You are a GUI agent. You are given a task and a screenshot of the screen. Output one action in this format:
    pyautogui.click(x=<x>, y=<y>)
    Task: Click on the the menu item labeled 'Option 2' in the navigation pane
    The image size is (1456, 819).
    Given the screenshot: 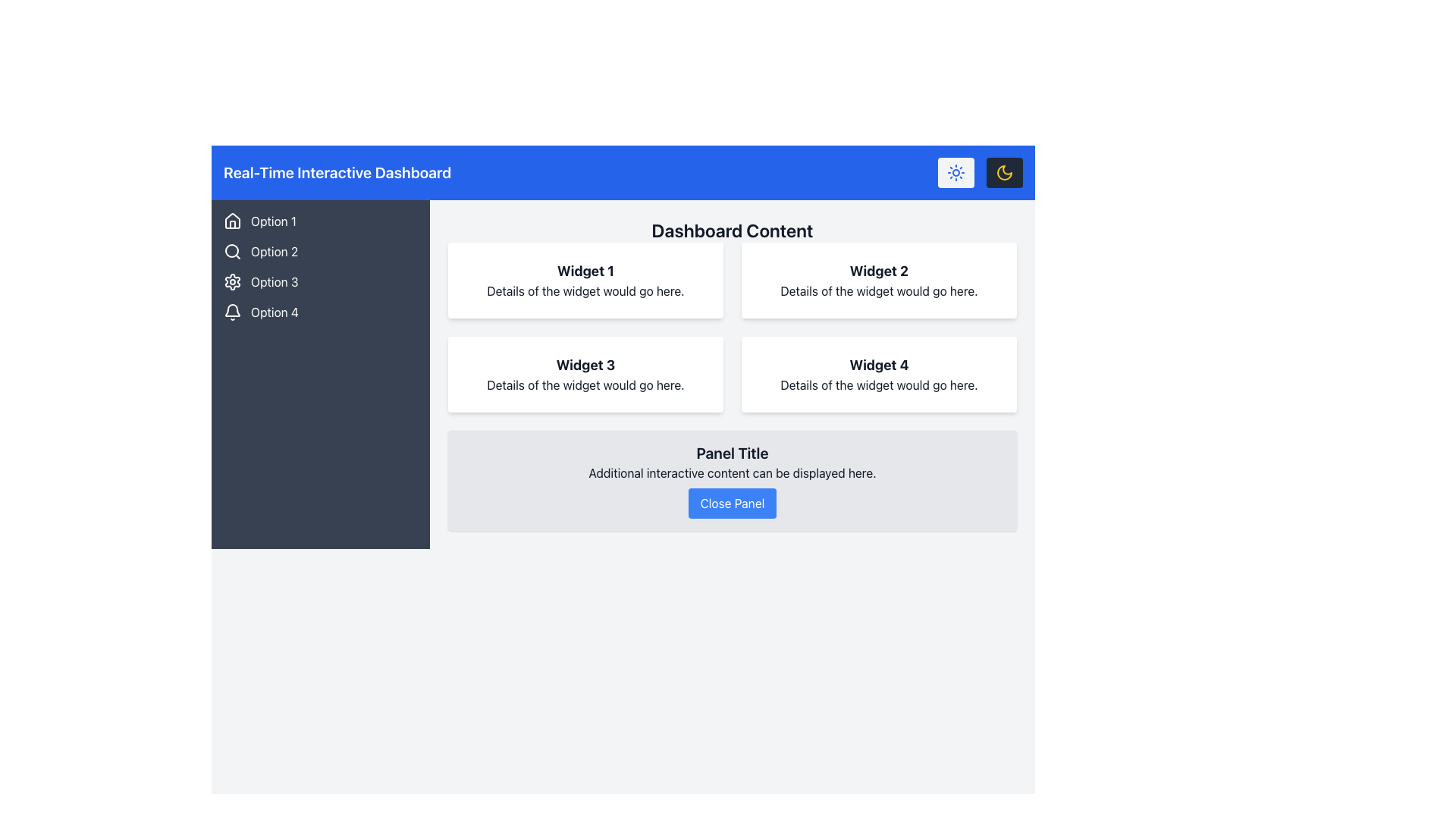 What is the action you would take?
    pyautogui.click(x=275, y=250)
    